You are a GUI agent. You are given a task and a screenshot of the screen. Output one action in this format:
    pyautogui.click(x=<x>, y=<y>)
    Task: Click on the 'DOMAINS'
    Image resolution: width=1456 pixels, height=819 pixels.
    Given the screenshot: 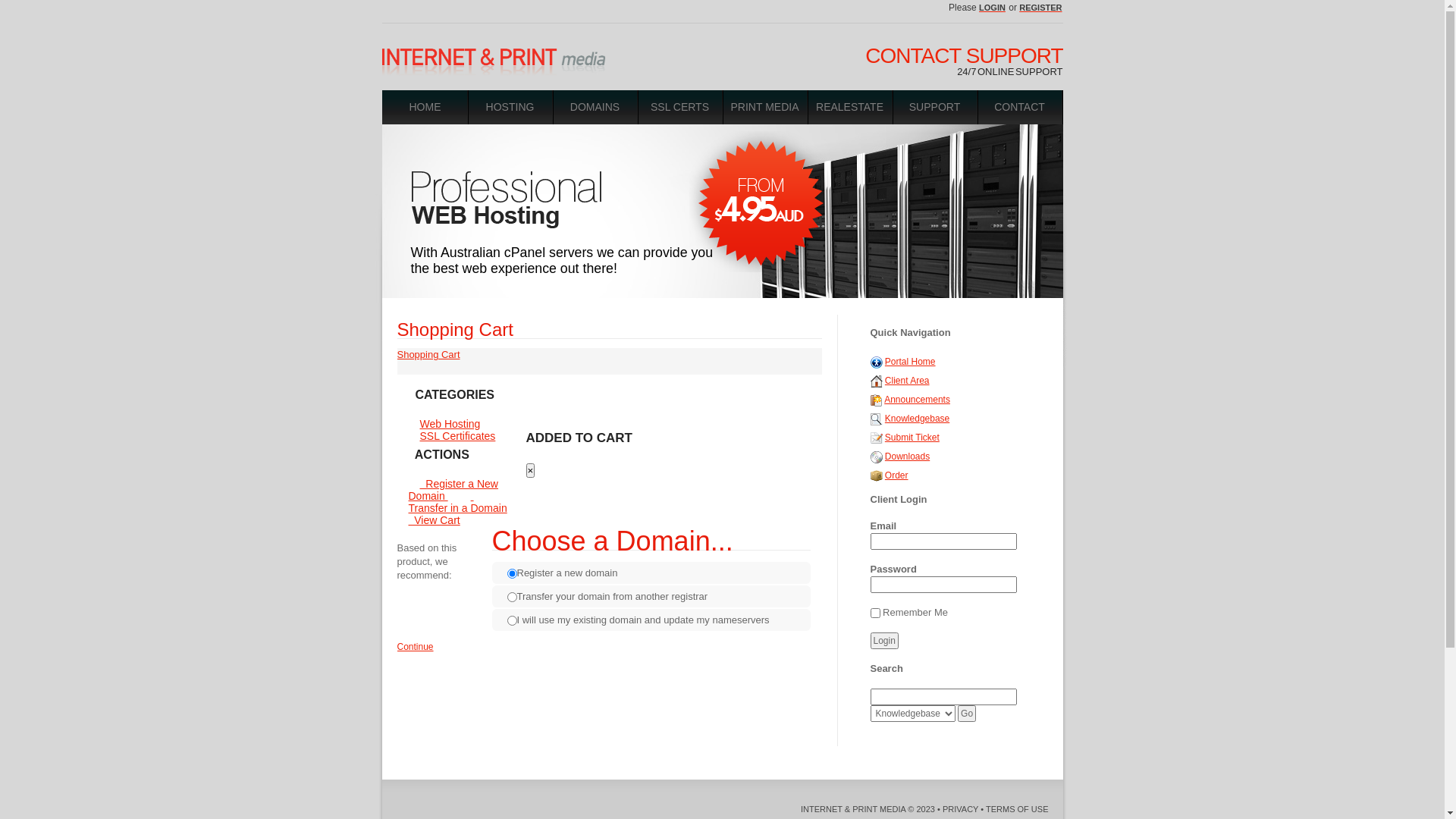 What is the action you would take?
    pyautogui.click(x=595, y=106)
    